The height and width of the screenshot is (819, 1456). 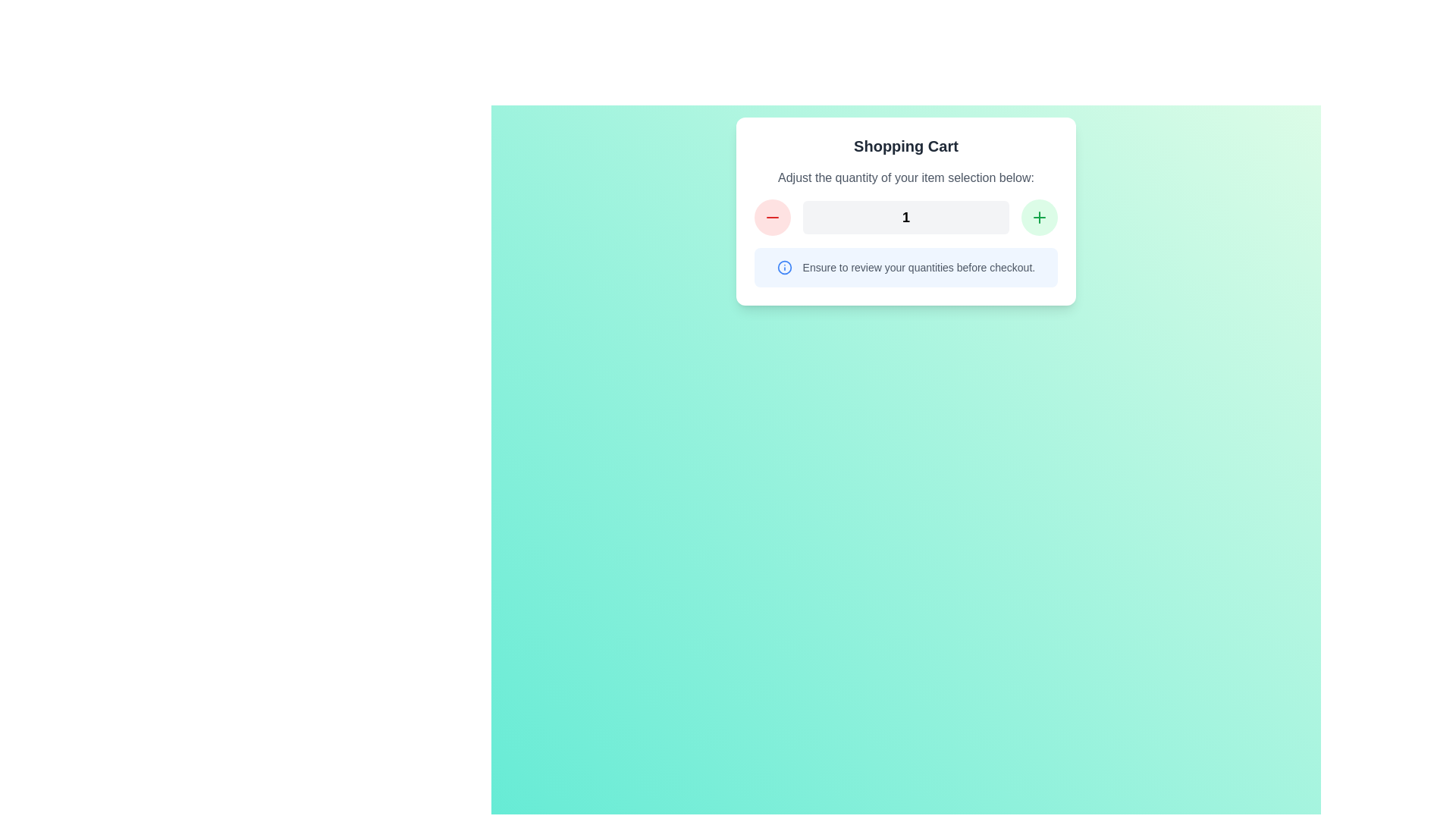 I want to click on the text label displaying 'Adjust the quantity of your item selection below:' which is styled in gray and positioned below the 'Shopping Cart' title, so click(x=906, y=177).